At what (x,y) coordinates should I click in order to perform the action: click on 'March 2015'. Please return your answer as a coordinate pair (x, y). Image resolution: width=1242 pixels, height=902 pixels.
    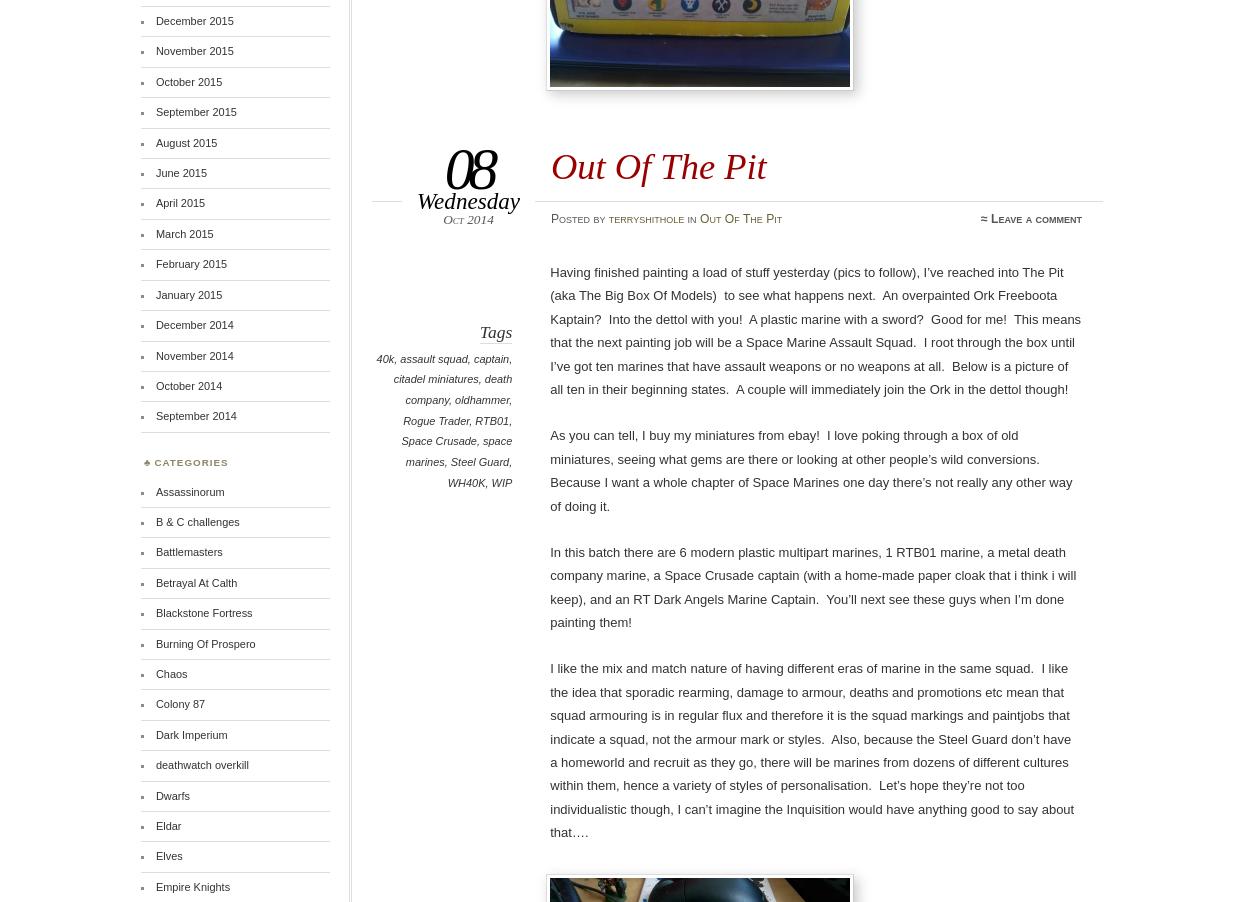
    Looking at the image, I should click on (182, 232).